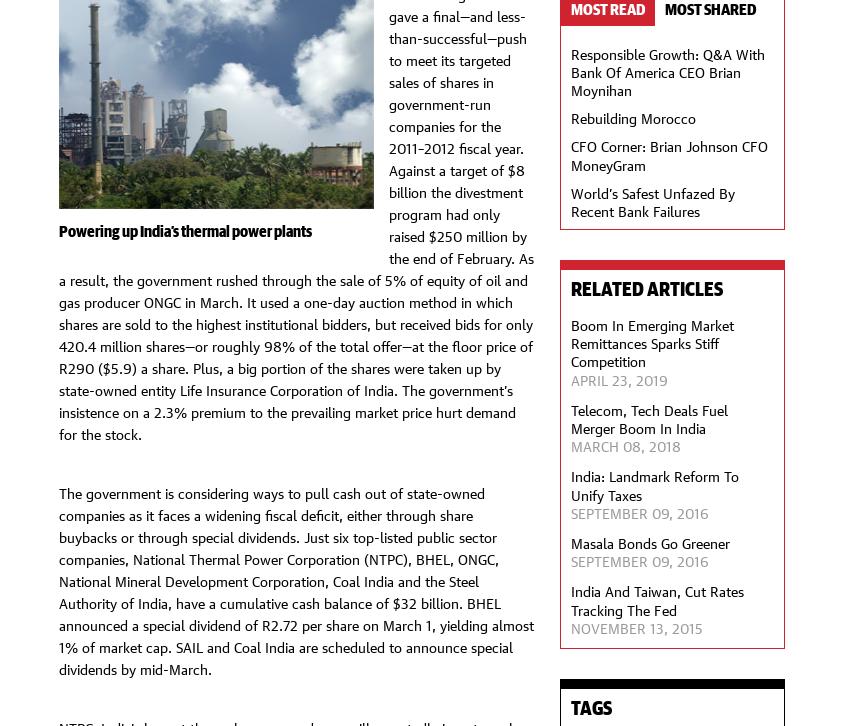 The width and height of the screenshot is (860, 726). What do you see at coordinates (623, 444) in the screenshot?
I see `'March 08, 2018'` at bounding box center [623, 444].